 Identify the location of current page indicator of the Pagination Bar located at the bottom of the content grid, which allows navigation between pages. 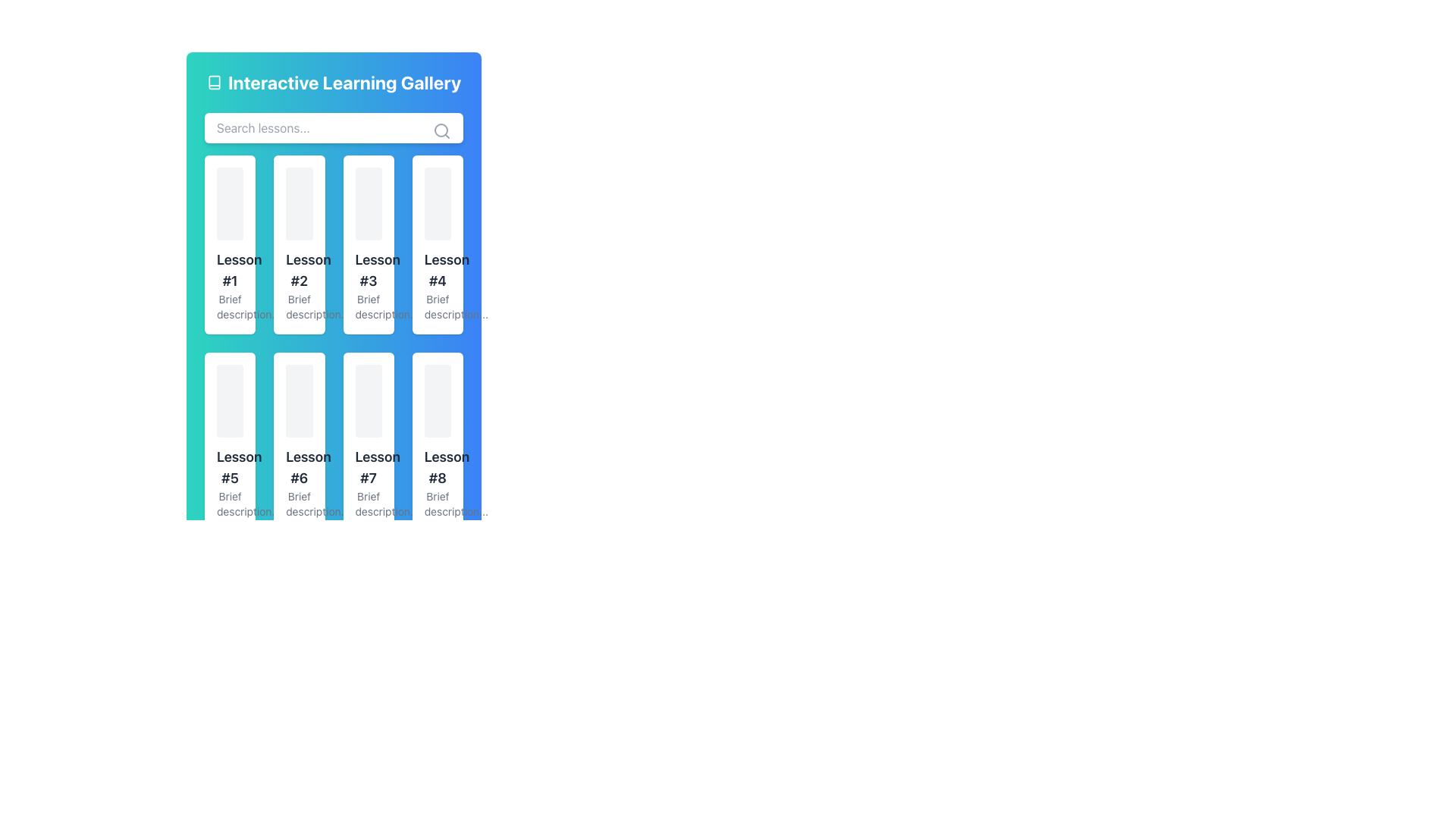
(333, 558).